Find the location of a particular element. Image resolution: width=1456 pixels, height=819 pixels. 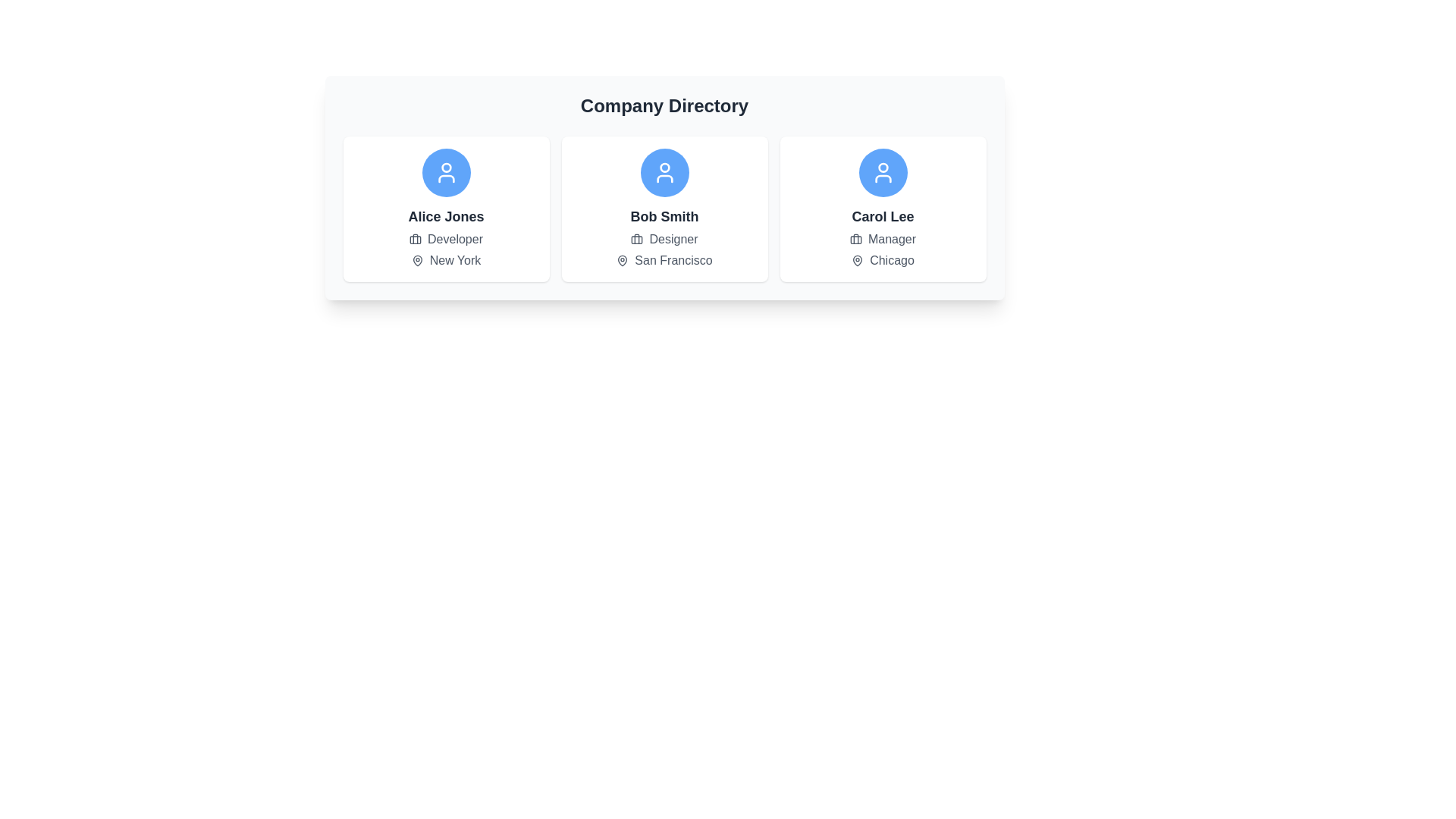

the text label displaying the job title of 'Carol Lee' in the 'Company Directory' section, located under the name 'Carol Lee' and above 'Chicago' is located at coordinates (883, 239).